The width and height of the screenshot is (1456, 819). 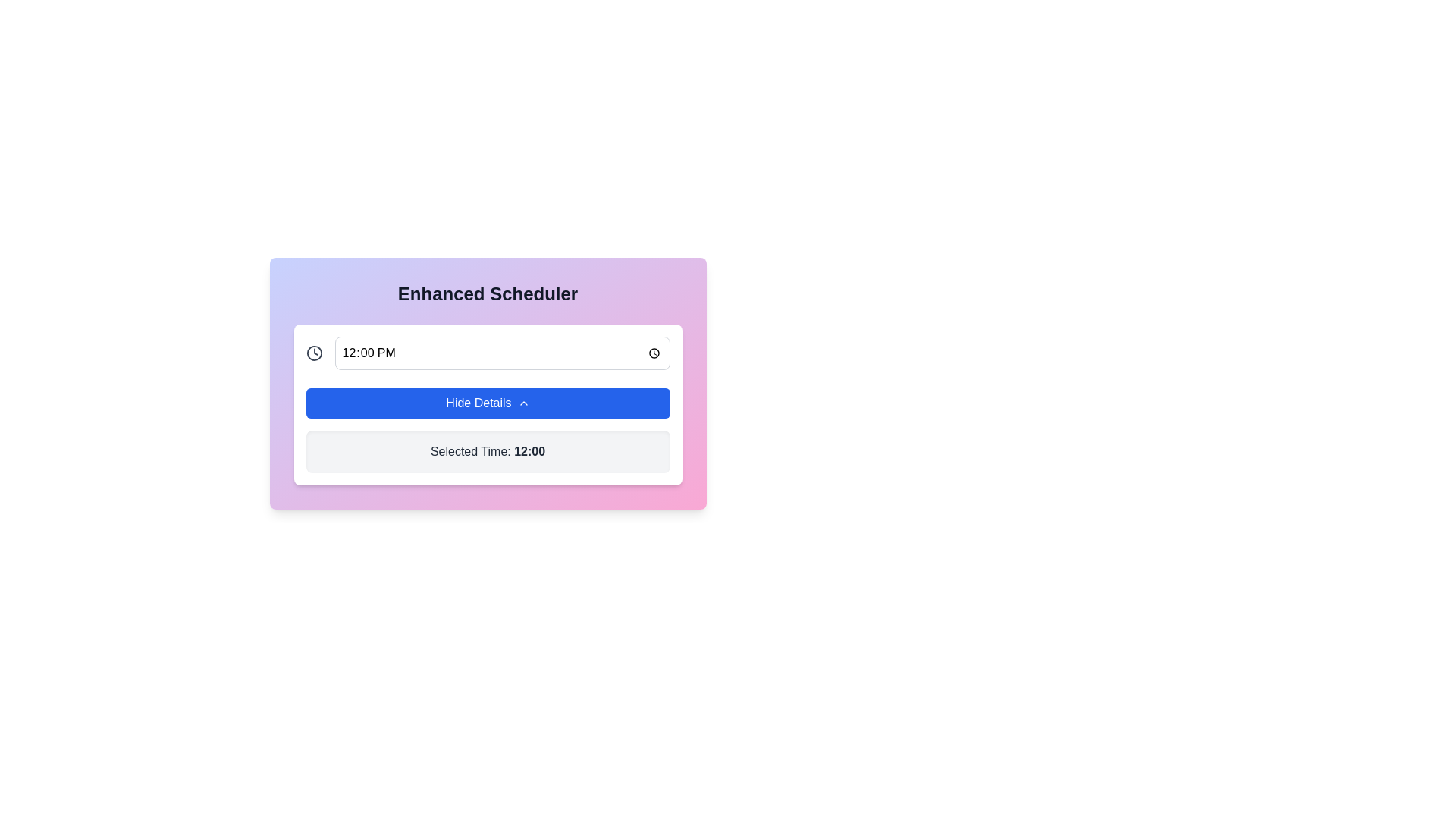 I want to click on the slider within the Time input field, which is styled with a border and rounded corners, displaying '12:00' aligned, so click(x=502, y=353).